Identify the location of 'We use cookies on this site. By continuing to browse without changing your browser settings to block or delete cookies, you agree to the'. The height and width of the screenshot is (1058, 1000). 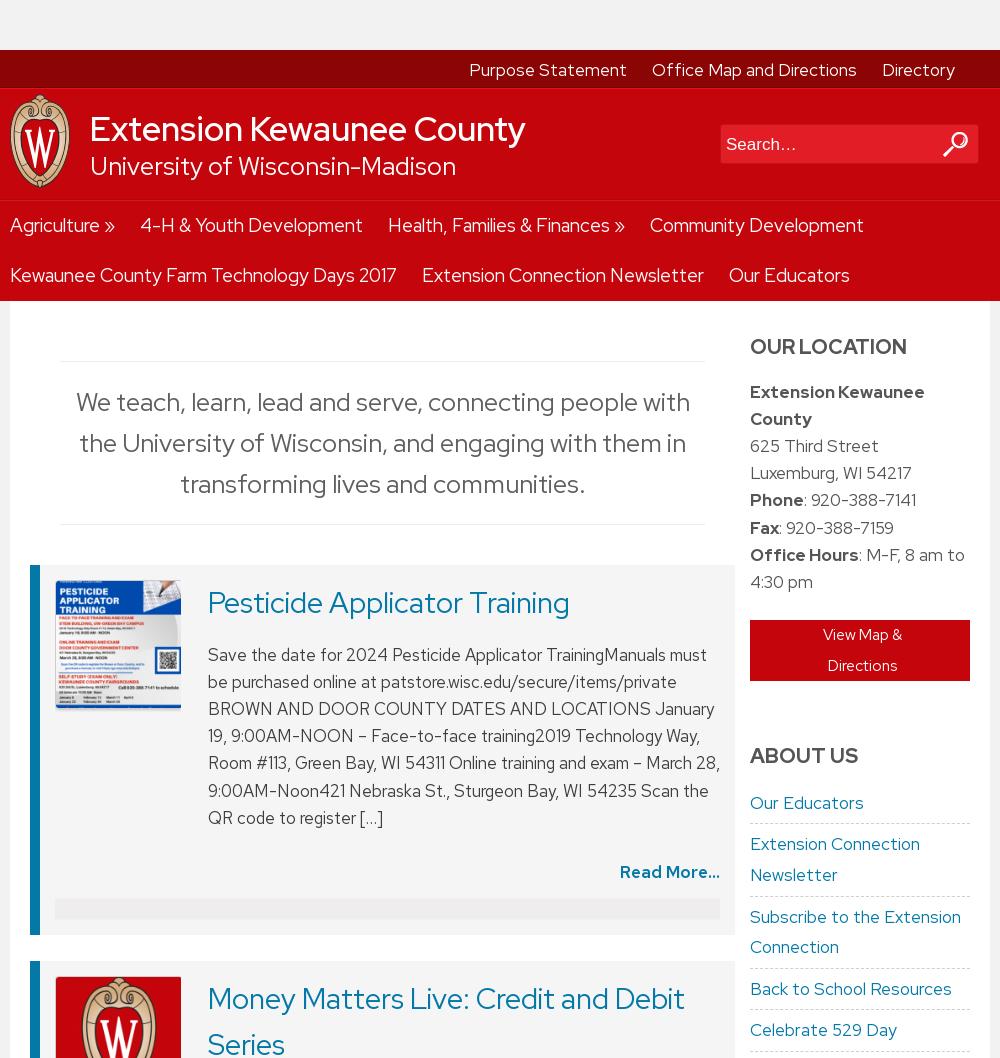
(32, 913).